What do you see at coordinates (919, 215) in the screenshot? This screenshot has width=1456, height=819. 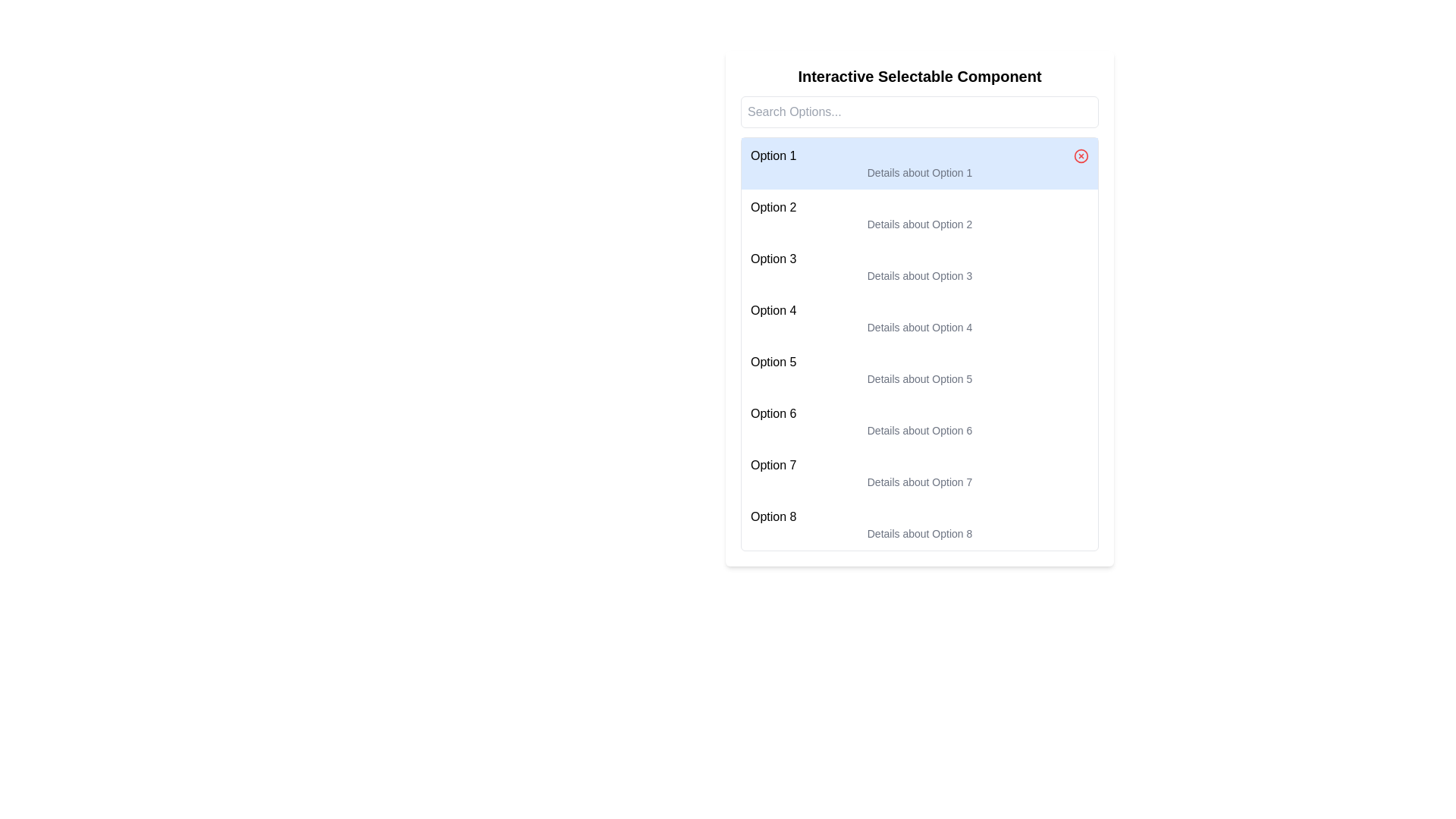 I see `the interactive list item representing 'Option 2'` at bounding box center [919, 215].